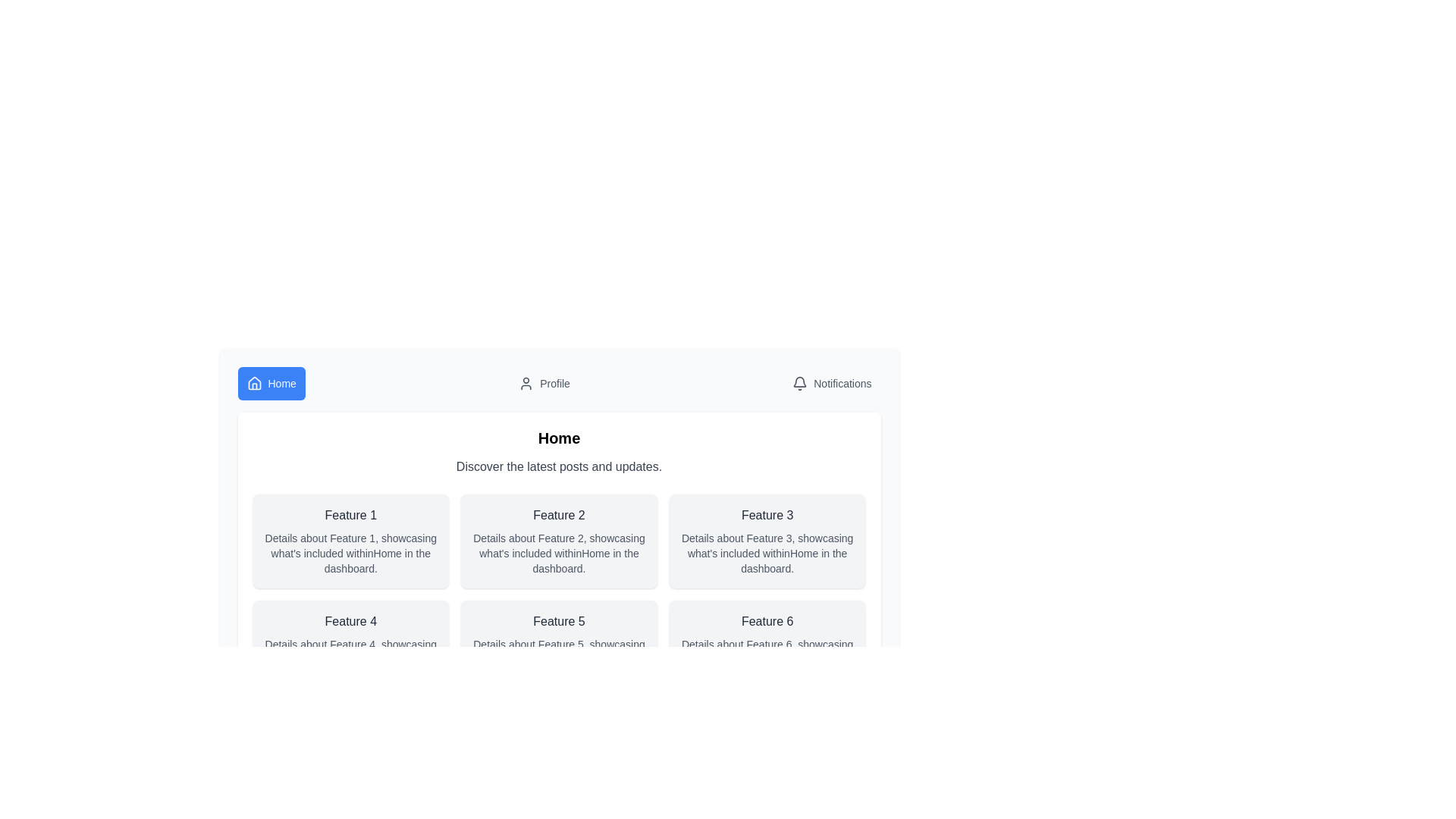 The image size is (1456, 819). I want to click on text presented on the Informational card showcasing 'Feature 1' located at the top-left position of the dashboard grid under the 'Home' heading, so click(350, 540).